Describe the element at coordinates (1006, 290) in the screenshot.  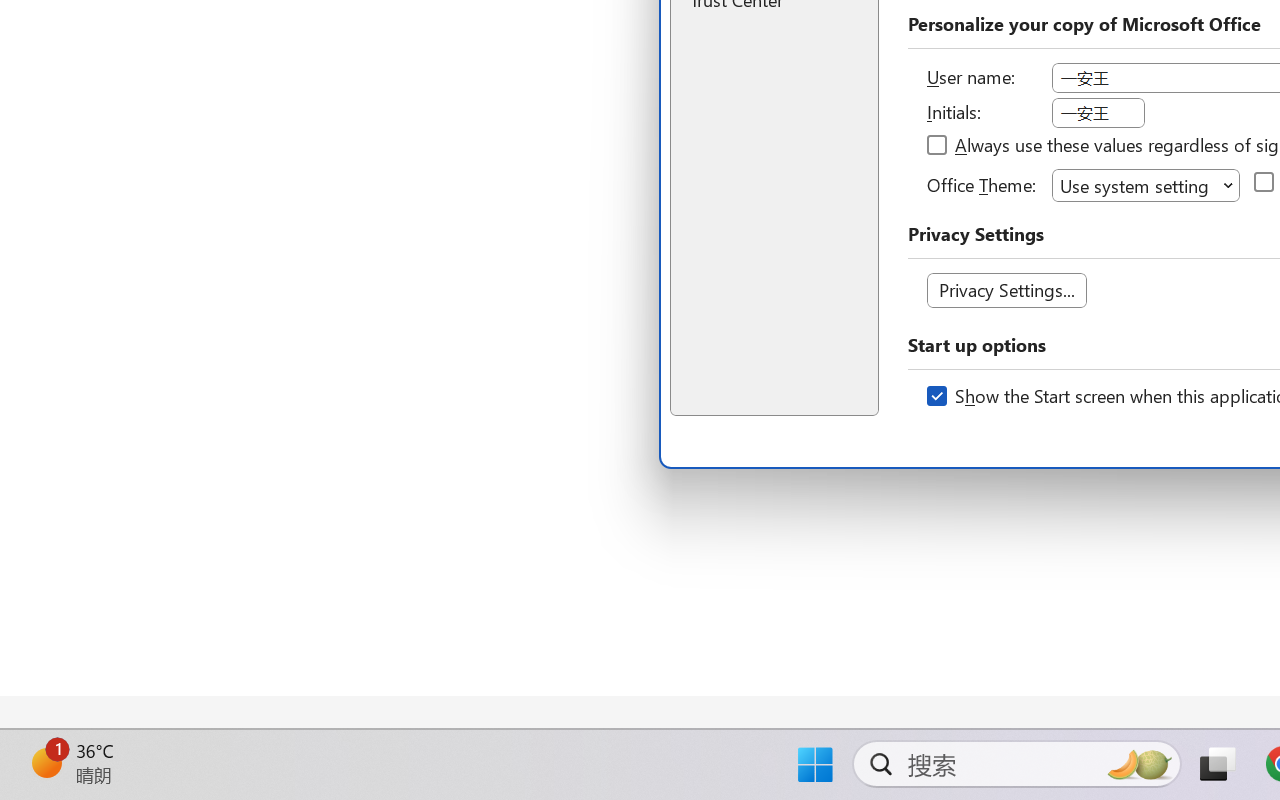
I see `'Privacy Settings...'` at that location.